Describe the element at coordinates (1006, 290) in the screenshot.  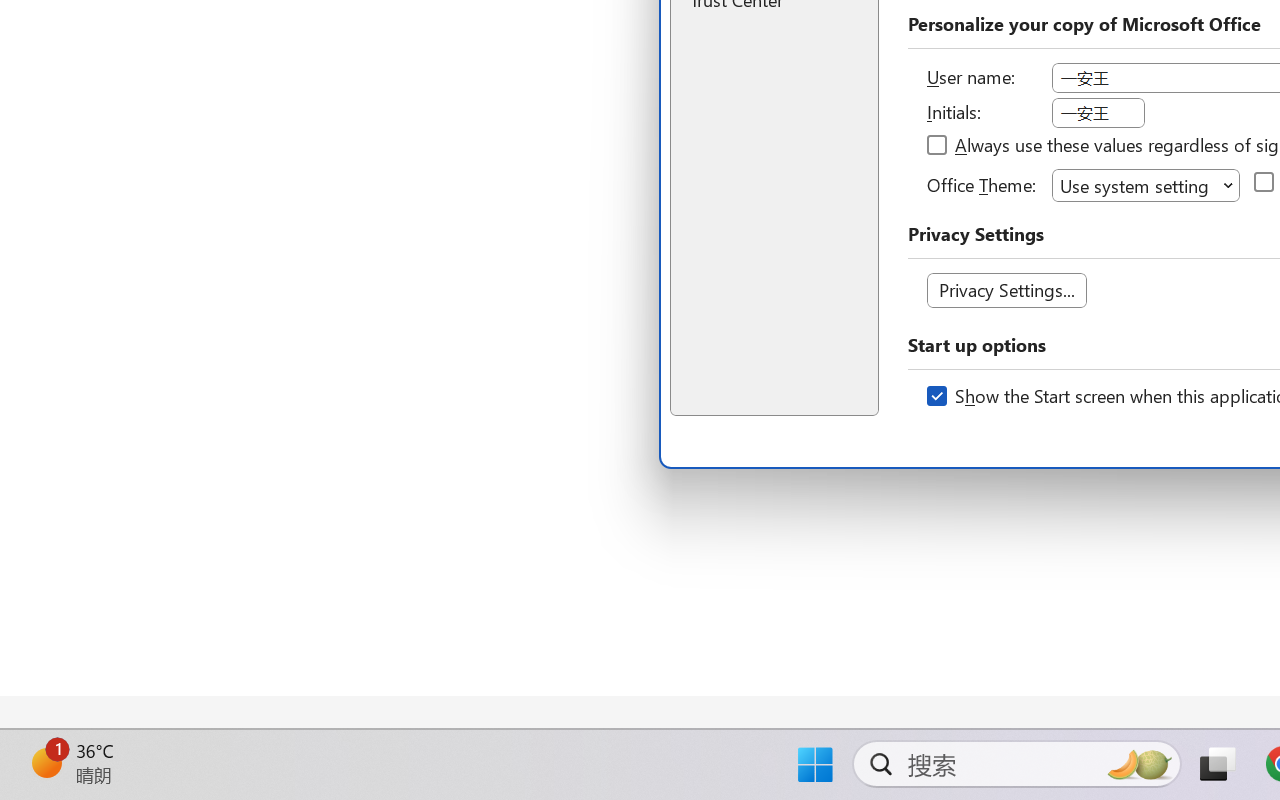
I see `'Privacy Settings...'` at that location.